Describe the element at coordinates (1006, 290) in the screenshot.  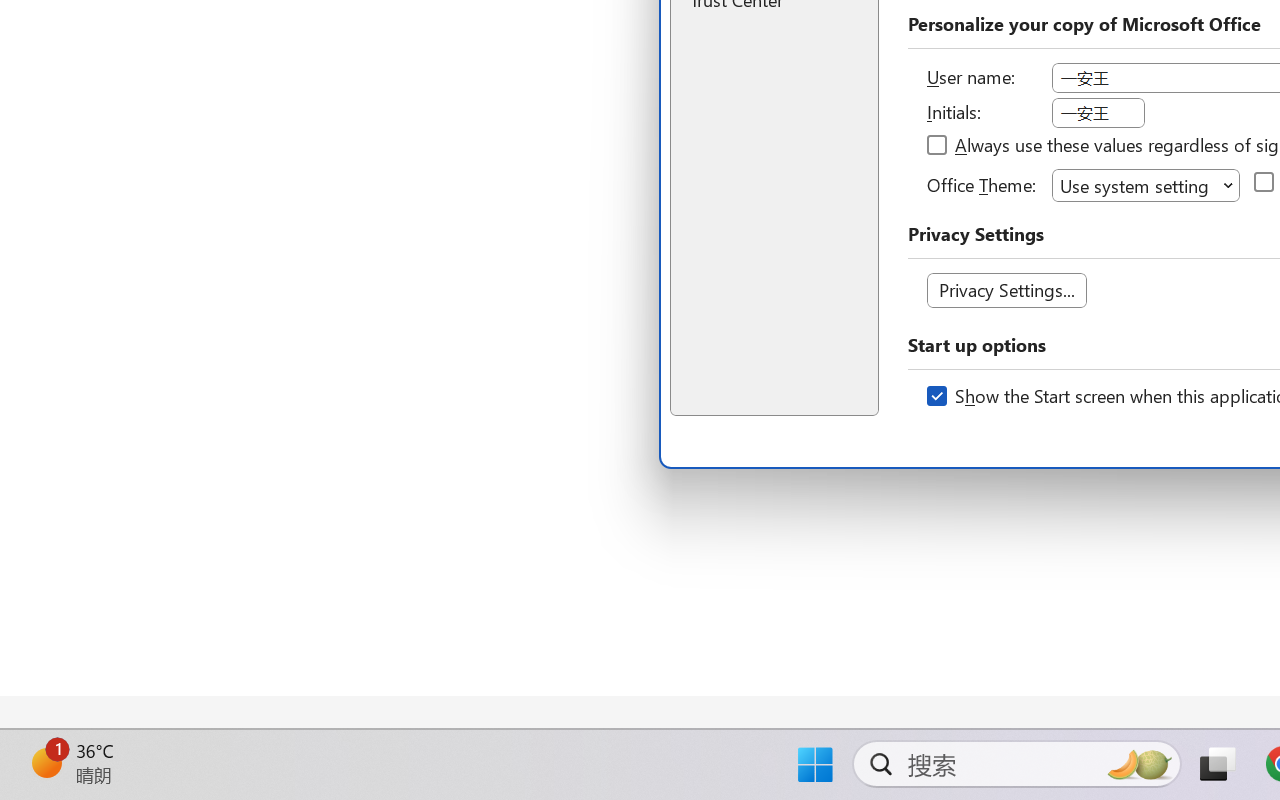
I see `'Privacy Settings...'` at that location.